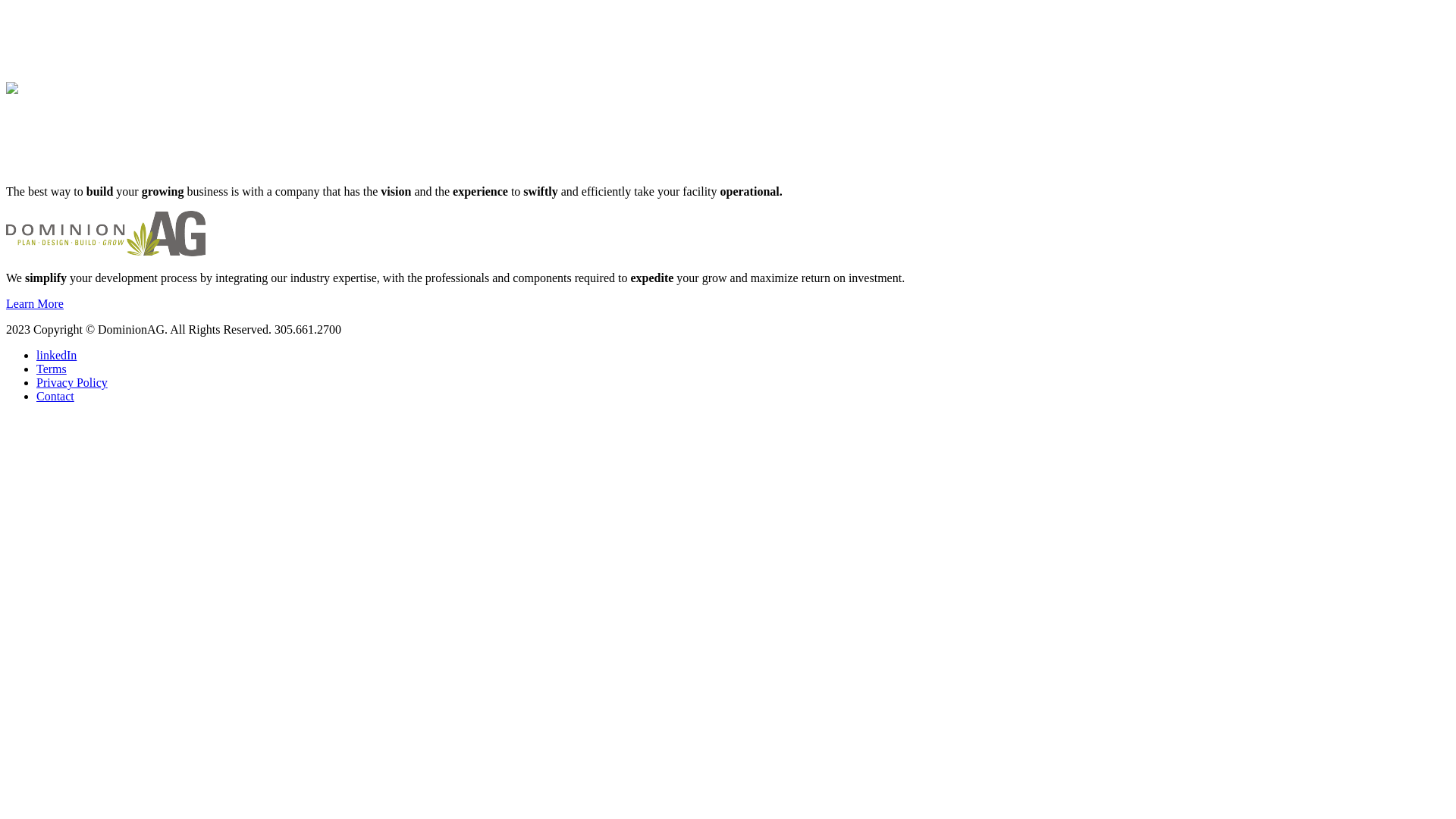  What do you see at coordinates (6, 303) in the screenshot?
I see `'Learn More'` at bounding box center [6, 303].